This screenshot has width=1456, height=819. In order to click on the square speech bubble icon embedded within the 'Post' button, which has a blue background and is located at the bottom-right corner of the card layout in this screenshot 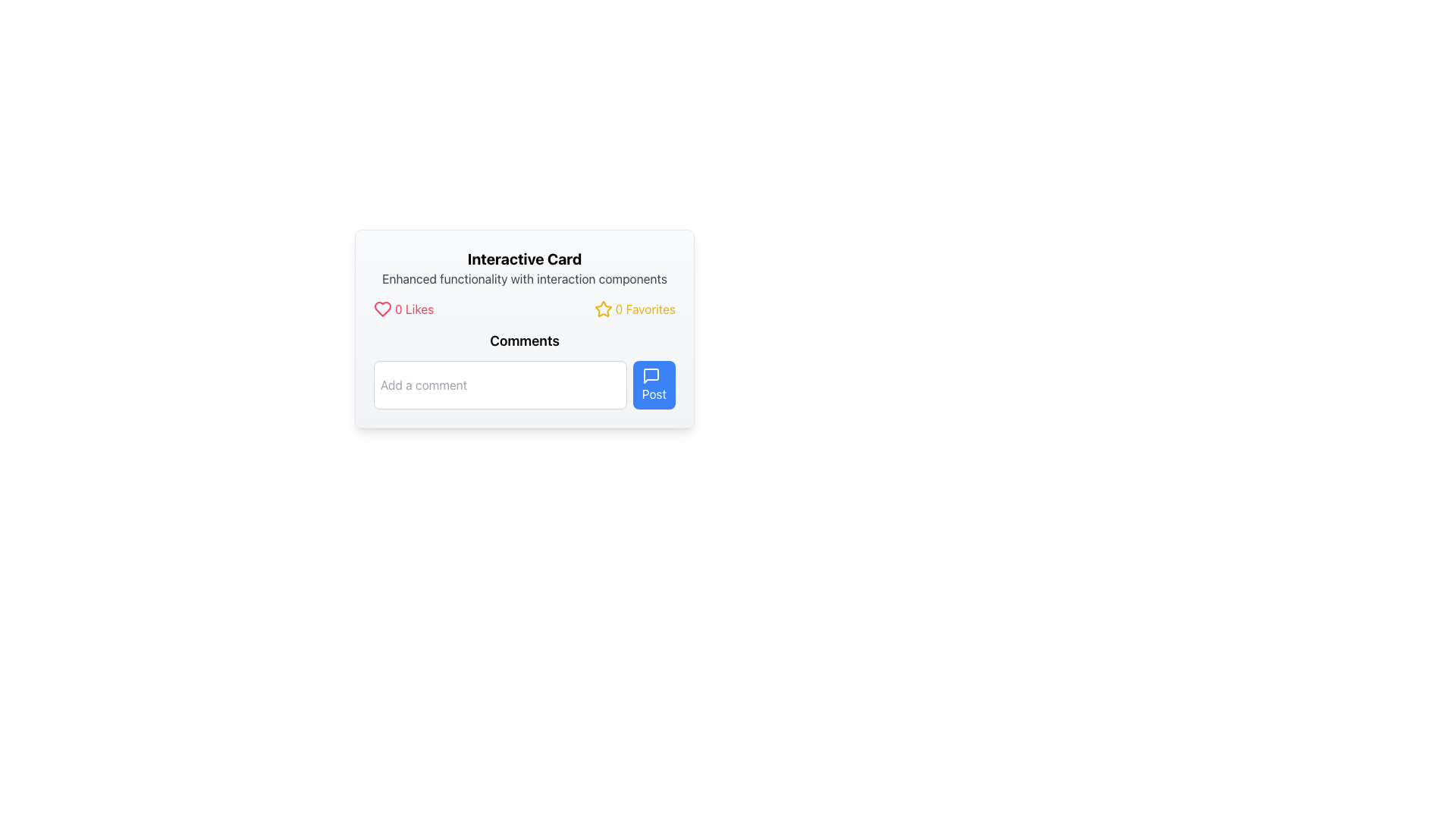, I will do `click(651, 375)`.